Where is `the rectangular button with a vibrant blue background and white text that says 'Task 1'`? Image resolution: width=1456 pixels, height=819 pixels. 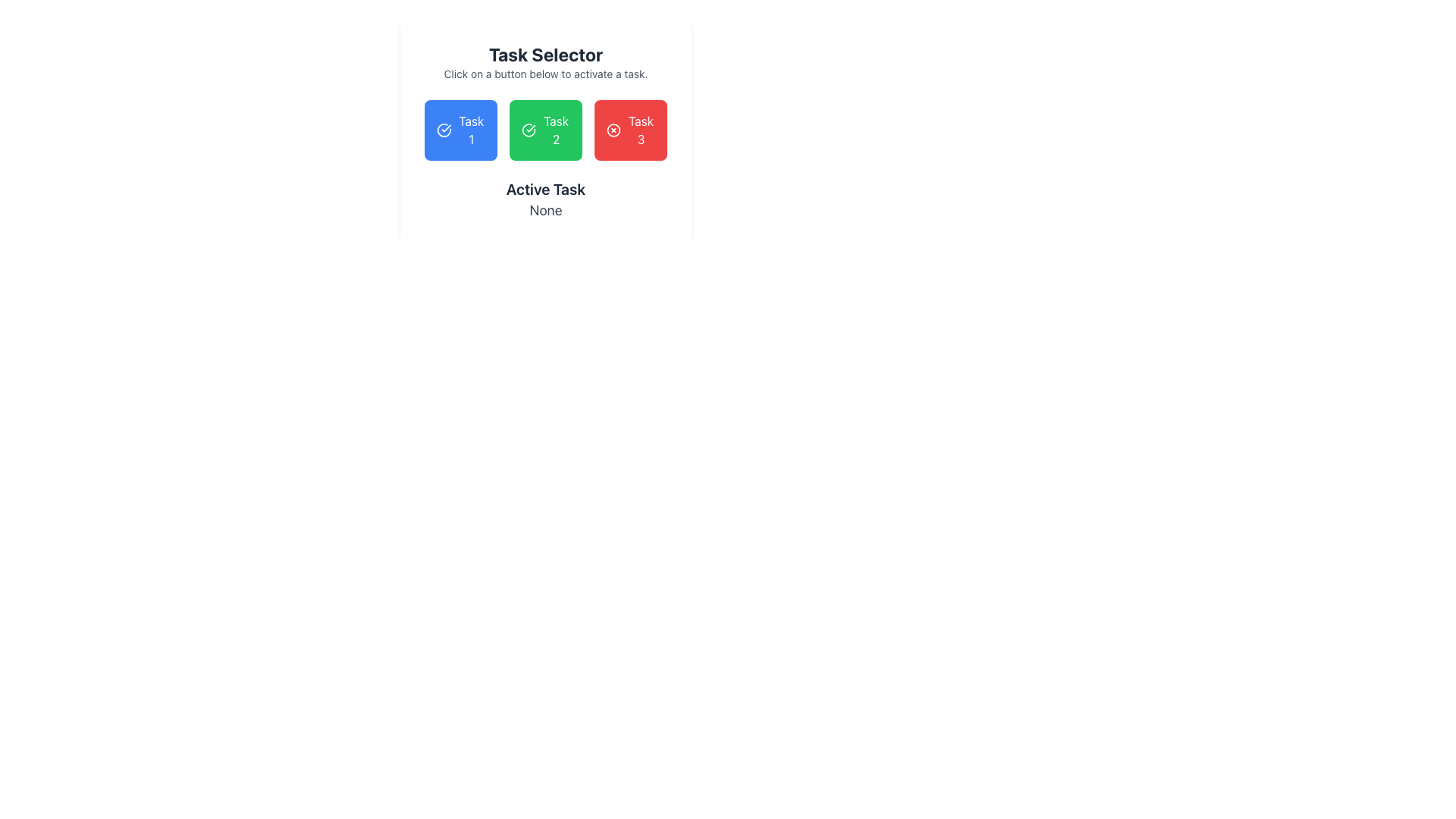
the rectangular button with a vibrant blue background and white text that says 'Task 1' is located at coordinates (460, 130).